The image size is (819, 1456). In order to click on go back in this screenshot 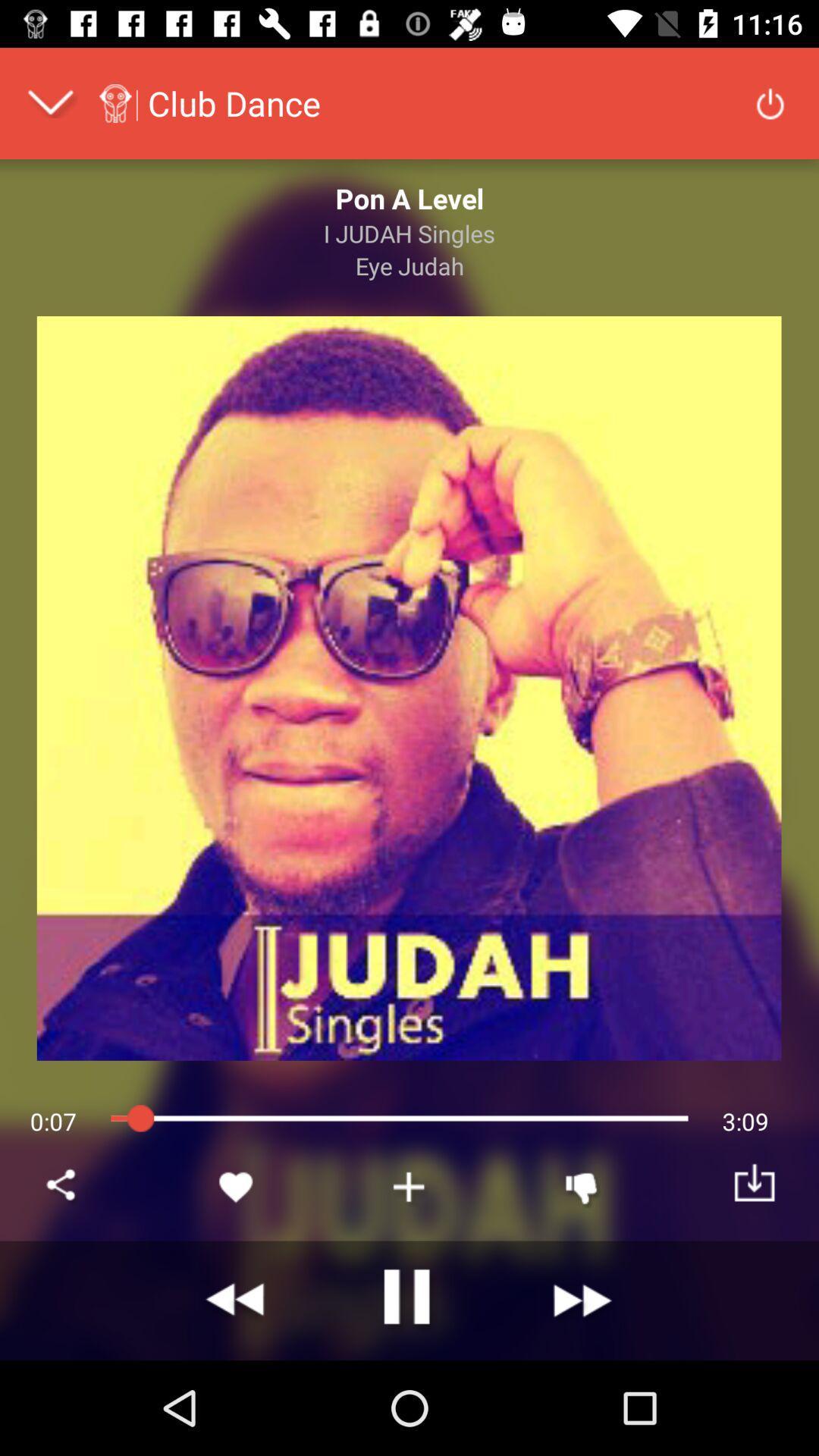, I will do `click(237, 1300)`.